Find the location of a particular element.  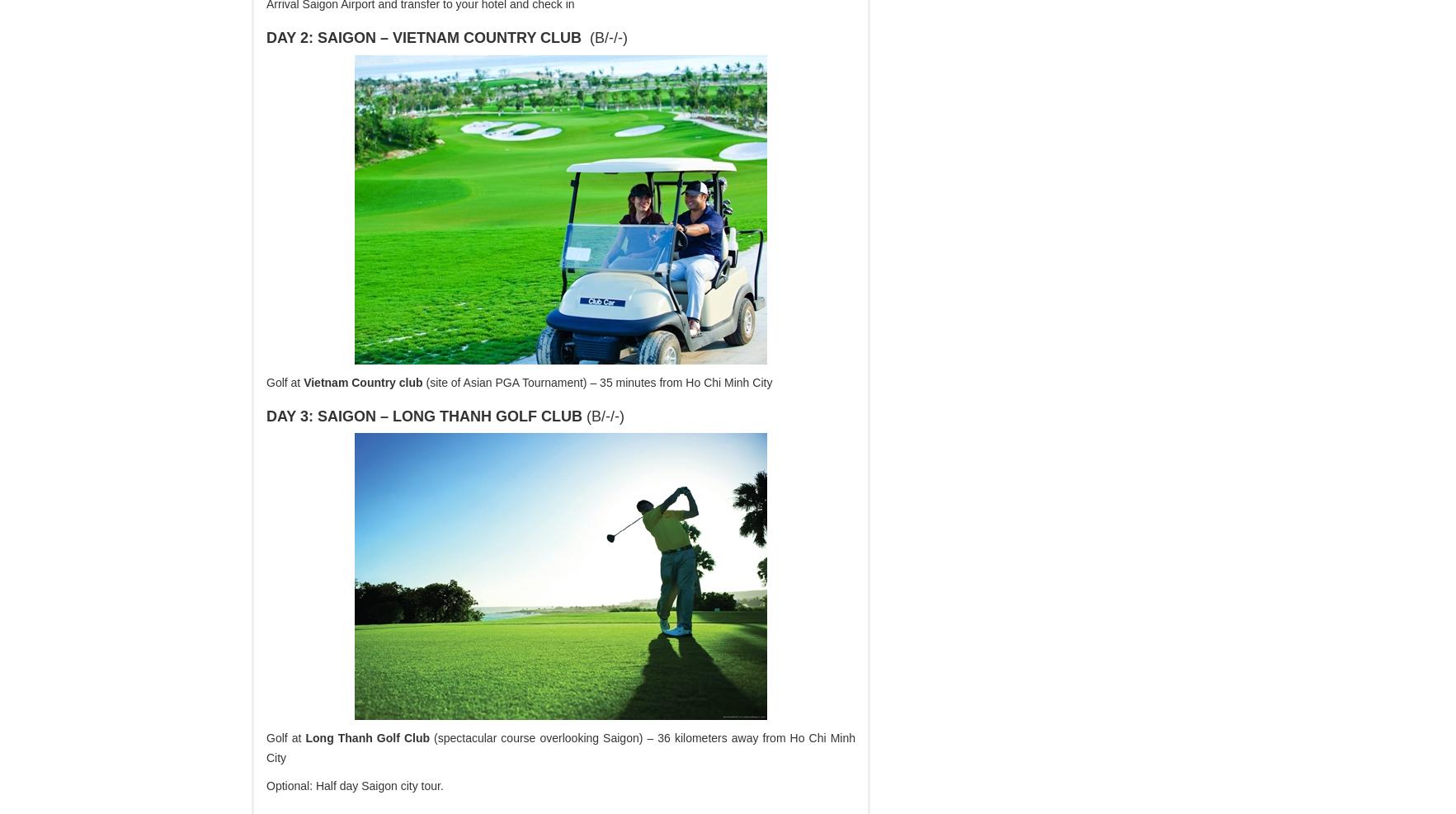

'VIETNAM COUNTRY CLUB' is located at coordinates (486, 36).